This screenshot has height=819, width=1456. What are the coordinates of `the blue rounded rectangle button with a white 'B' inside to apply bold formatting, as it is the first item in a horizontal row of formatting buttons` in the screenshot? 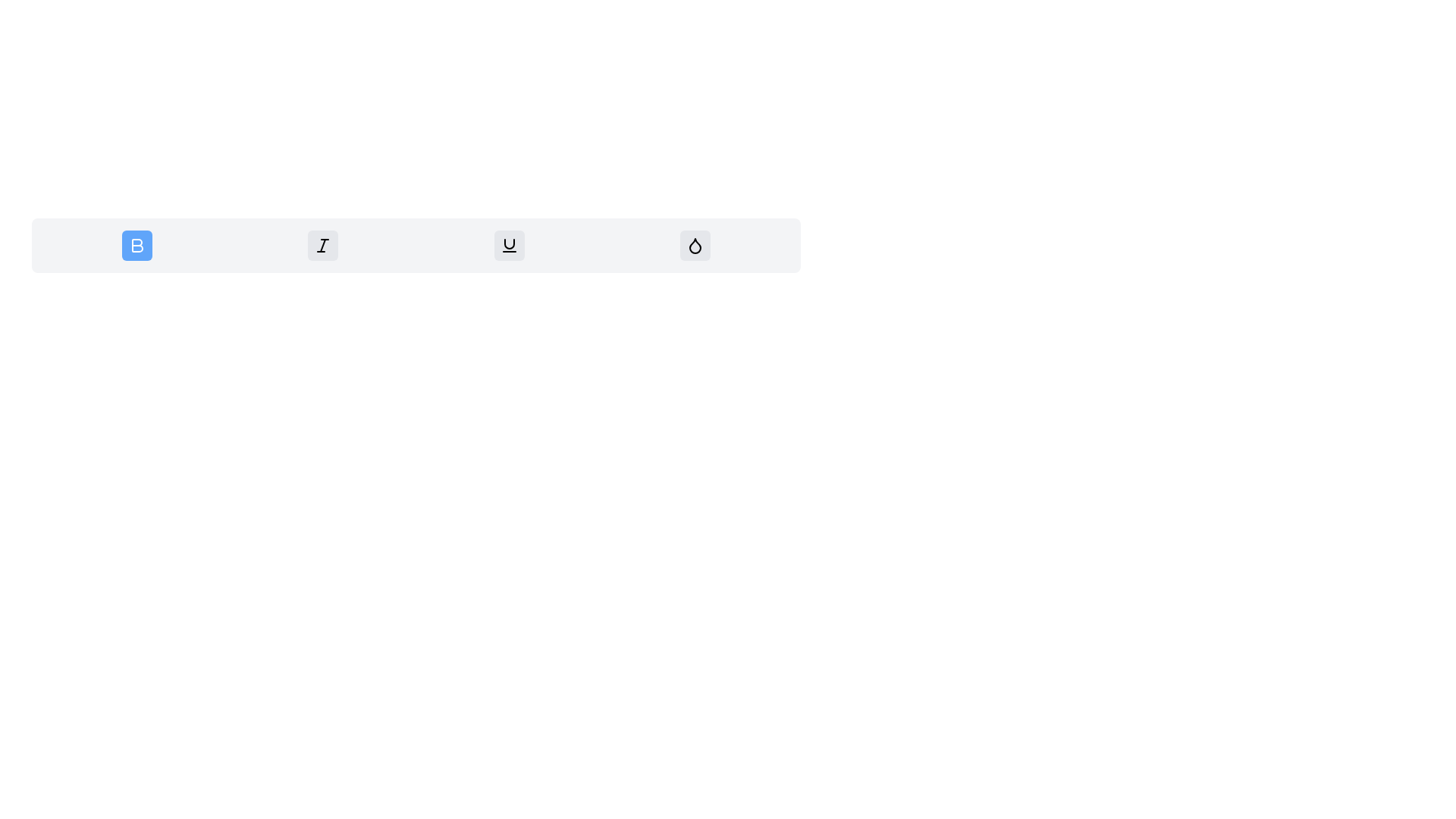 It's located at (136, 245).